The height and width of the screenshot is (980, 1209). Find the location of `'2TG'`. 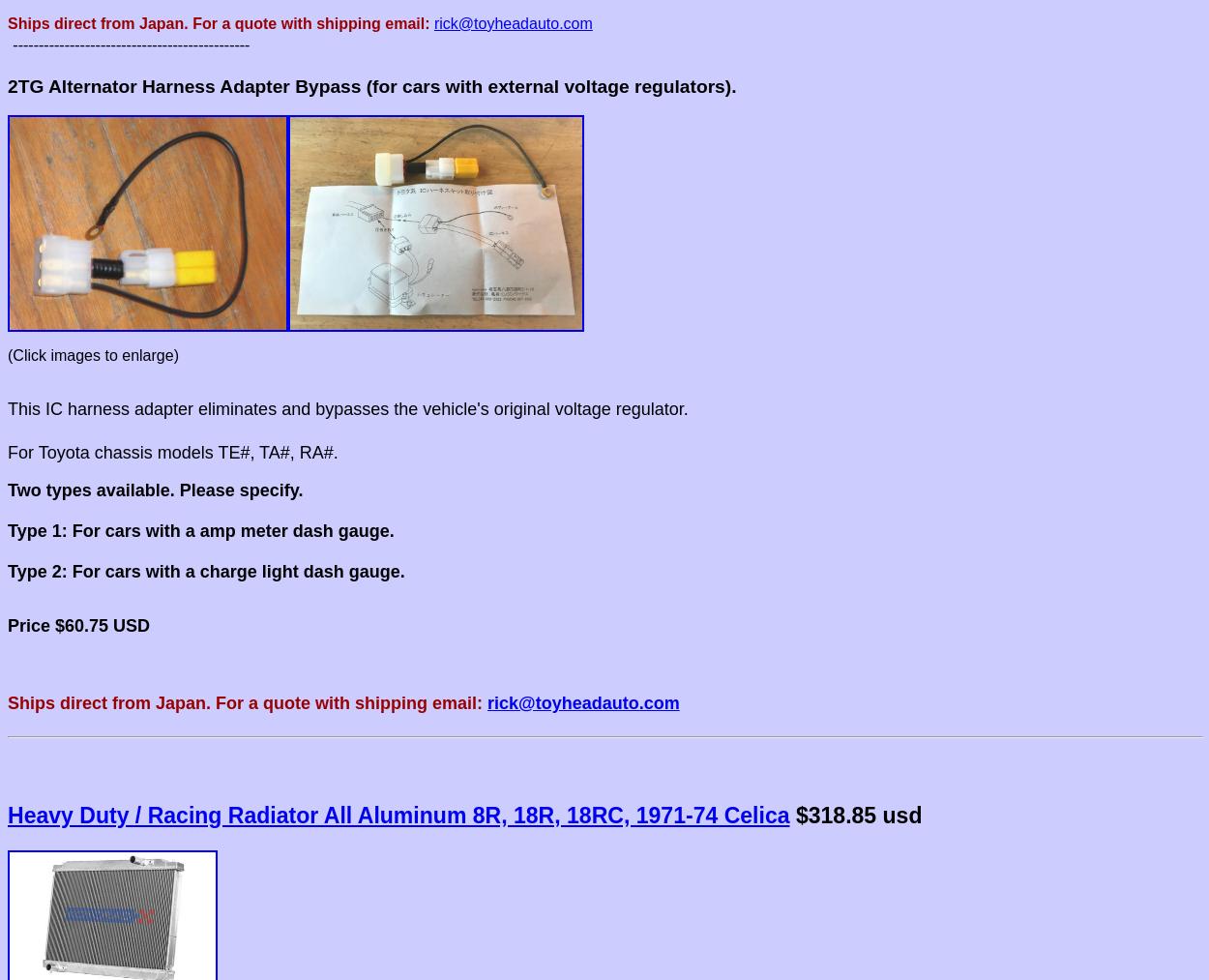

'2TG' is located at coordinates (8, 84).